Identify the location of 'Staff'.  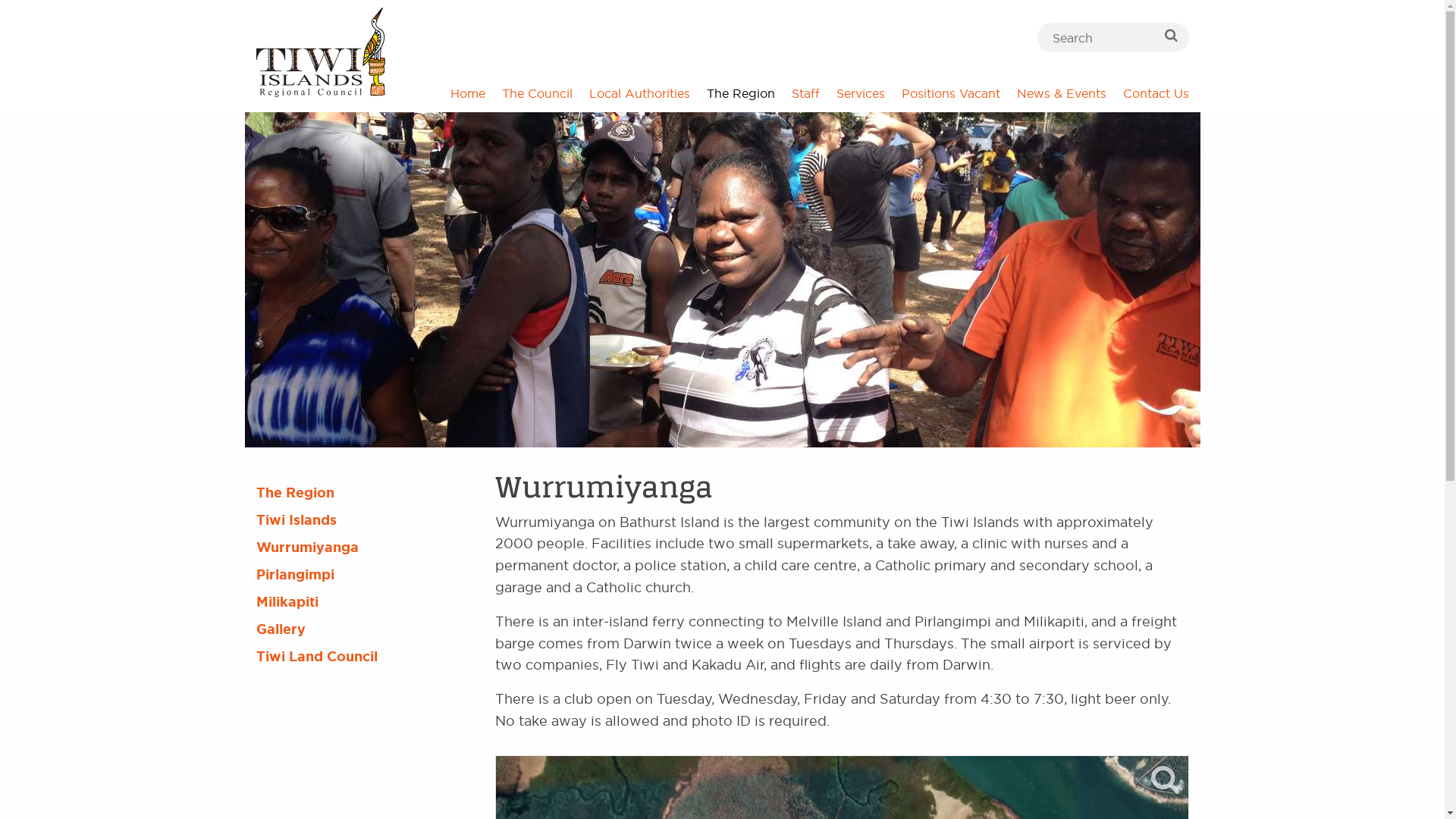
(804, 93).